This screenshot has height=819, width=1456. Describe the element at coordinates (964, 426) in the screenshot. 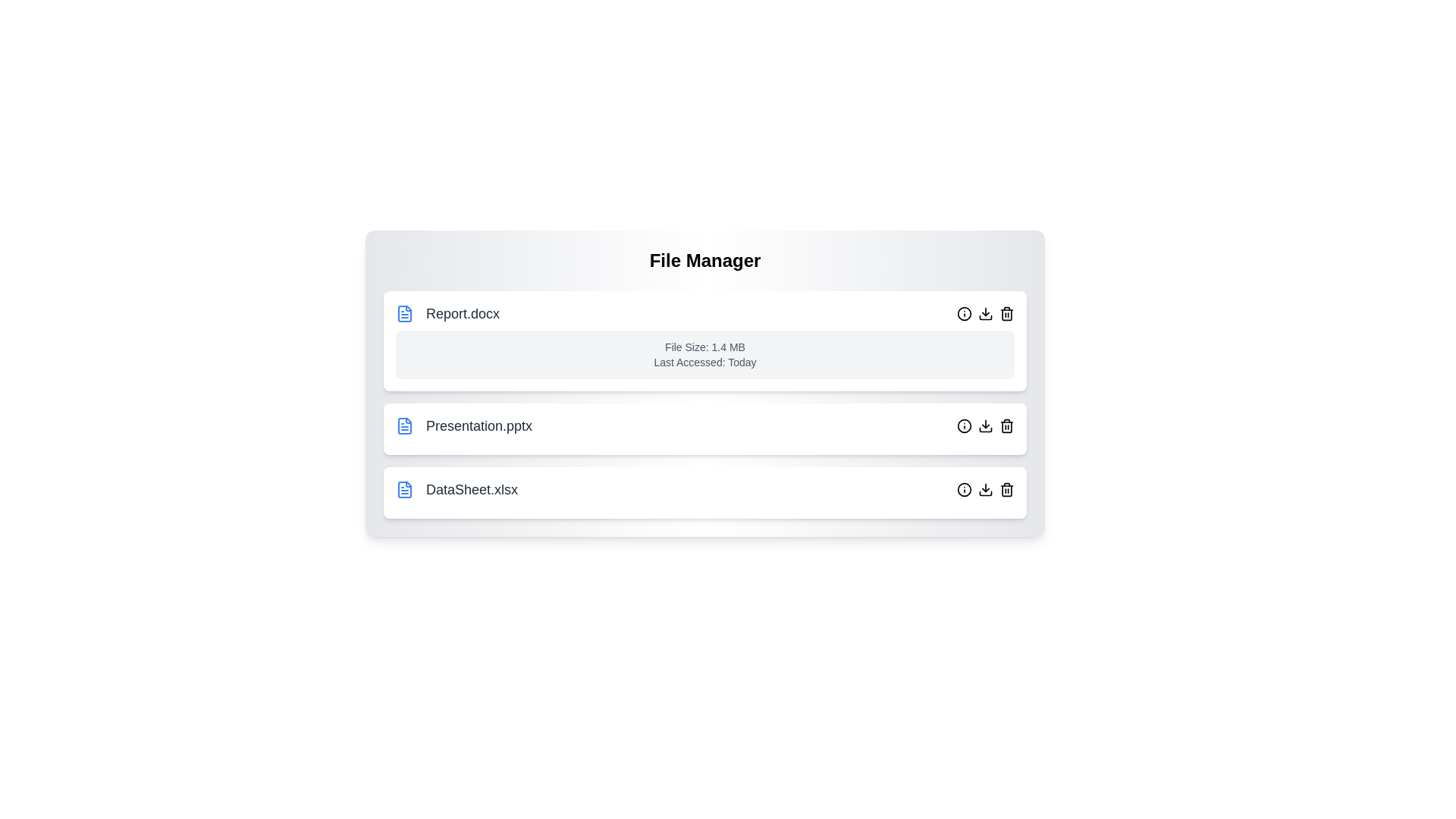

I see `'info' button for the file named Presentation.pptx to toggle its details` at that location.